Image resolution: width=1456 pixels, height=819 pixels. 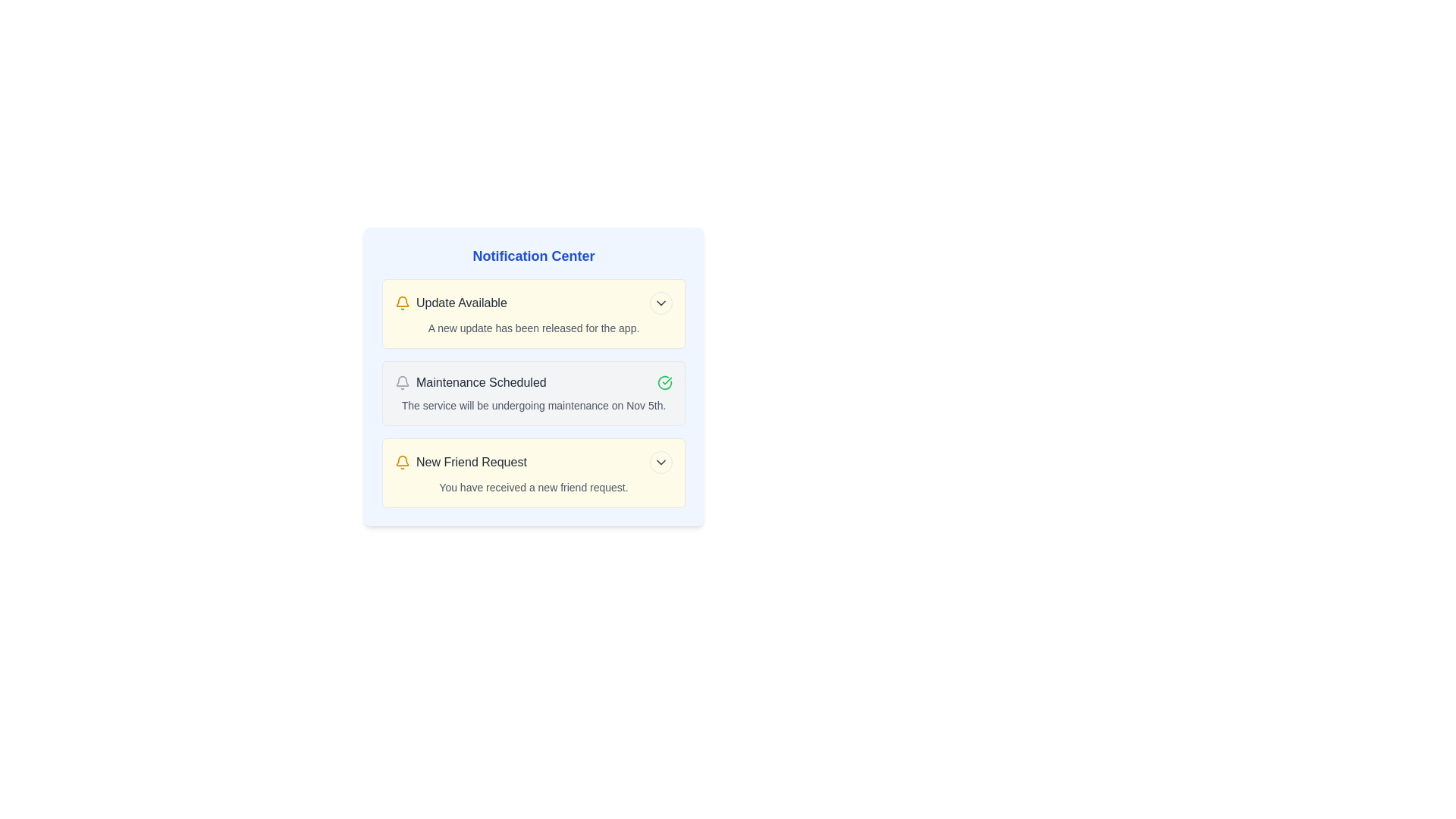 I want to click on the notification title or icon for New Friend Request, so click(x=403, y=461).